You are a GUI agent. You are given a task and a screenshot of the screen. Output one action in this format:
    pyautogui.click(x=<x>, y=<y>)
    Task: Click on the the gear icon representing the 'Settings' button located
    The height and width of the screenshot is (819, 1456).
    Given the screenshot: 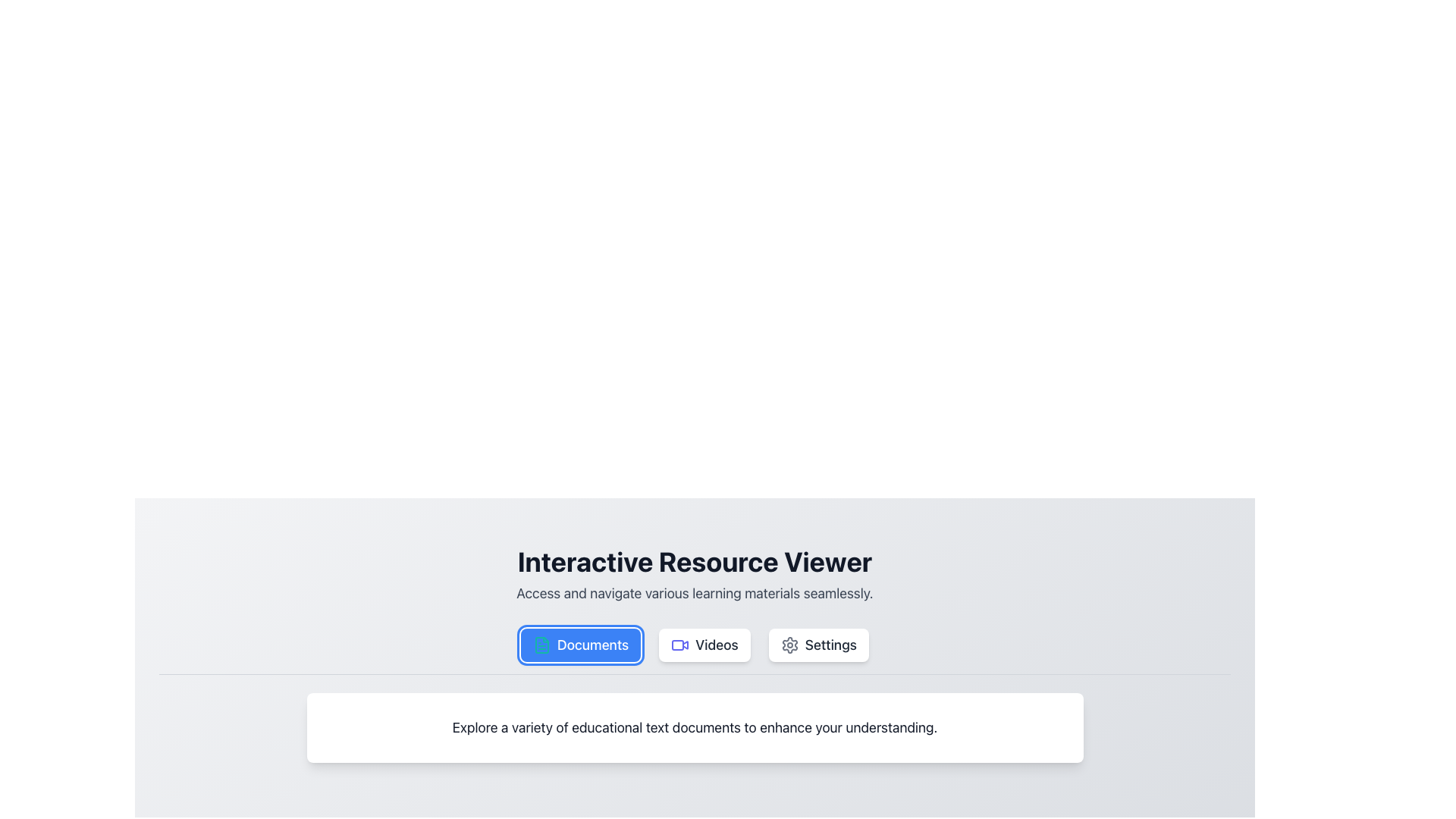 What is the action you would take?
    pyautogui.click(x=789, y=645)
    